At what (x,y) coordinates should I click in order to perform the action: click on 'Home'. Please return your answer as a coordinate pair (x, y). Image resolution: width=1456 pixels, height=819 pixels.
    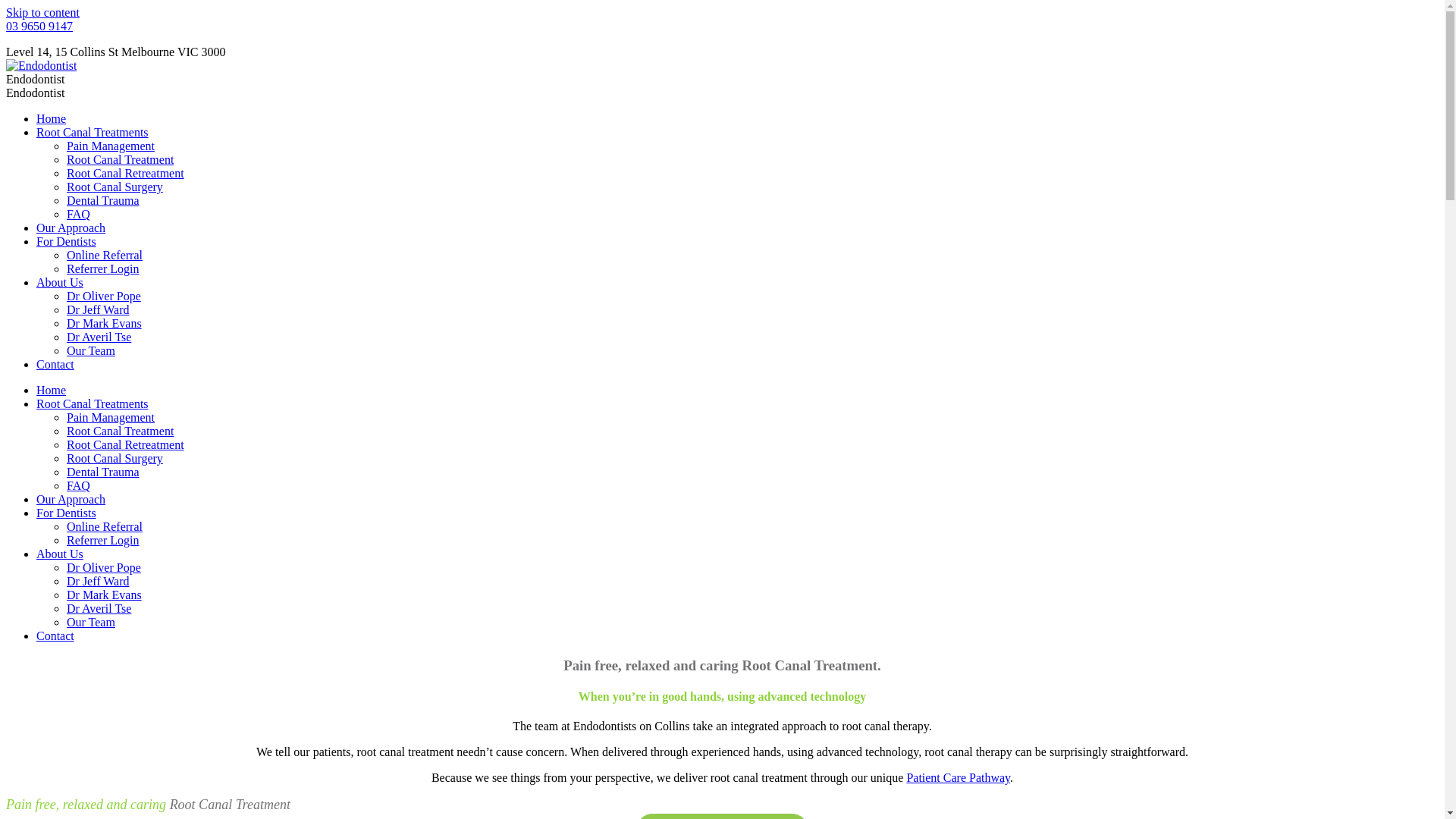
    Looking at the image, I should click on (36, 118).